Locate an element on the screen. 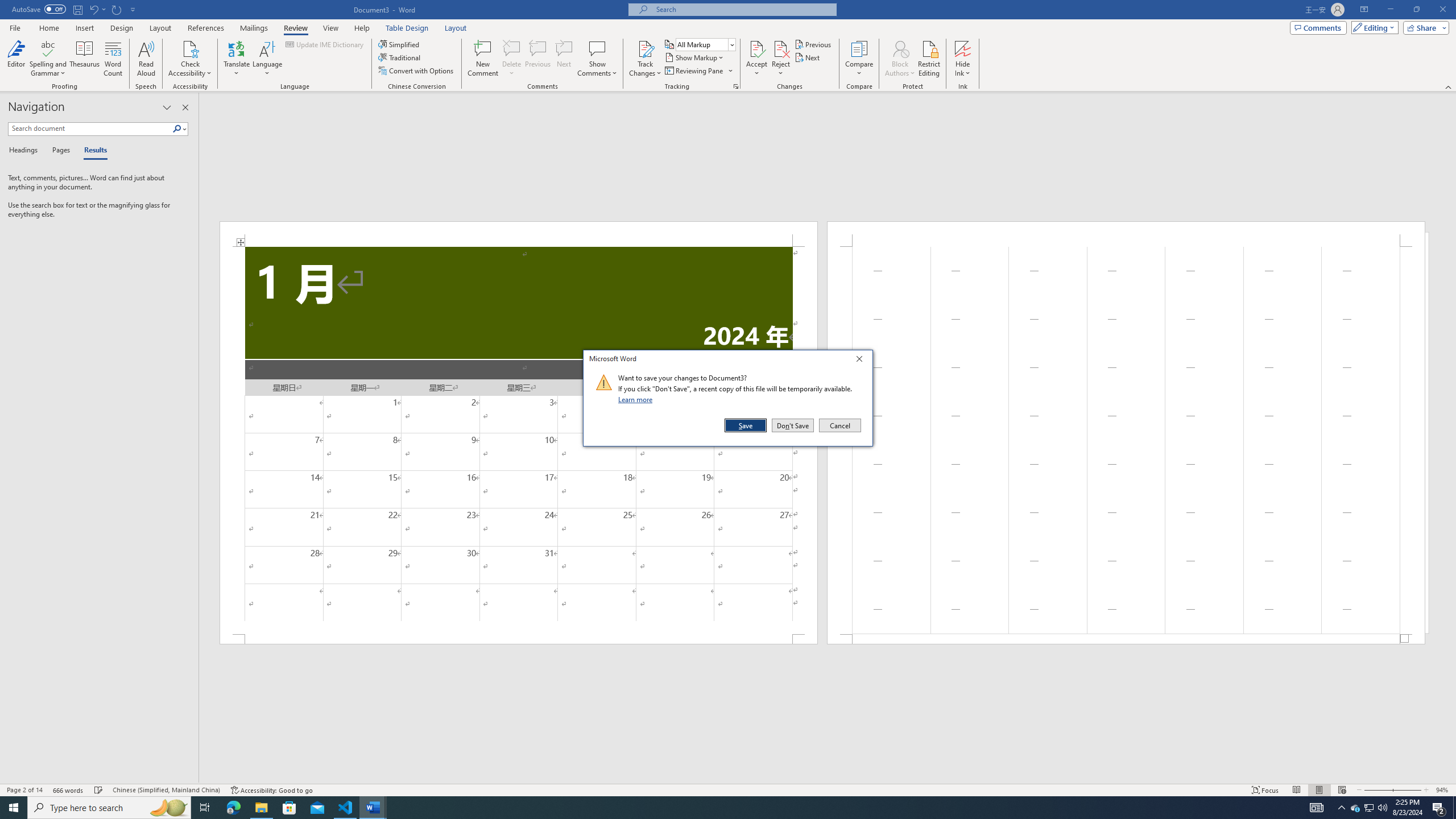 The width and height of the screenshot is (1456, 819). 'Show desktop' is located at coordinates (1454, 806).